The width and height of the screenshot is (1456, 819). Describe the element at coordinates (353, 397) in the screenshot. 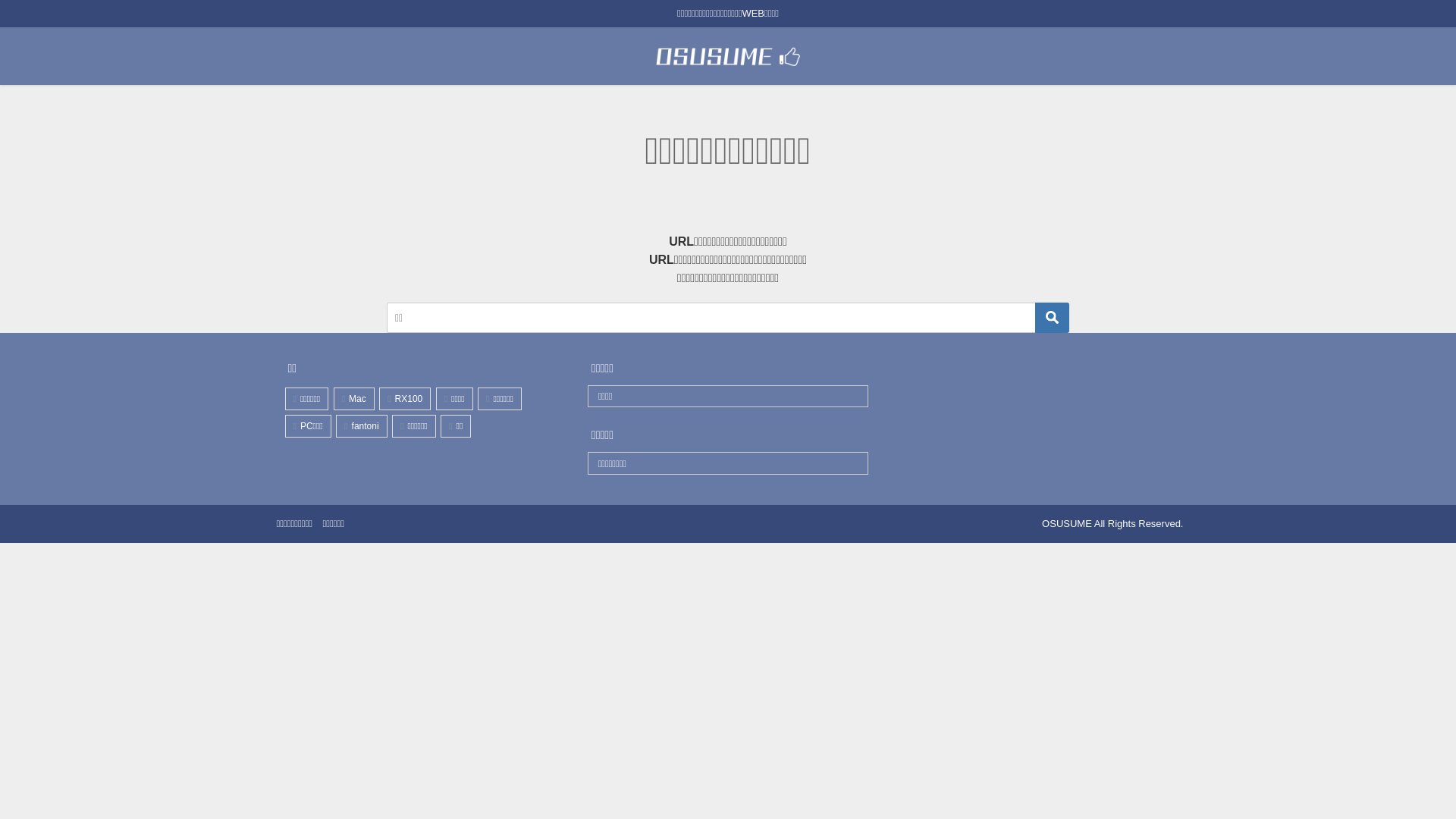

I see `'Mac'` at that location.